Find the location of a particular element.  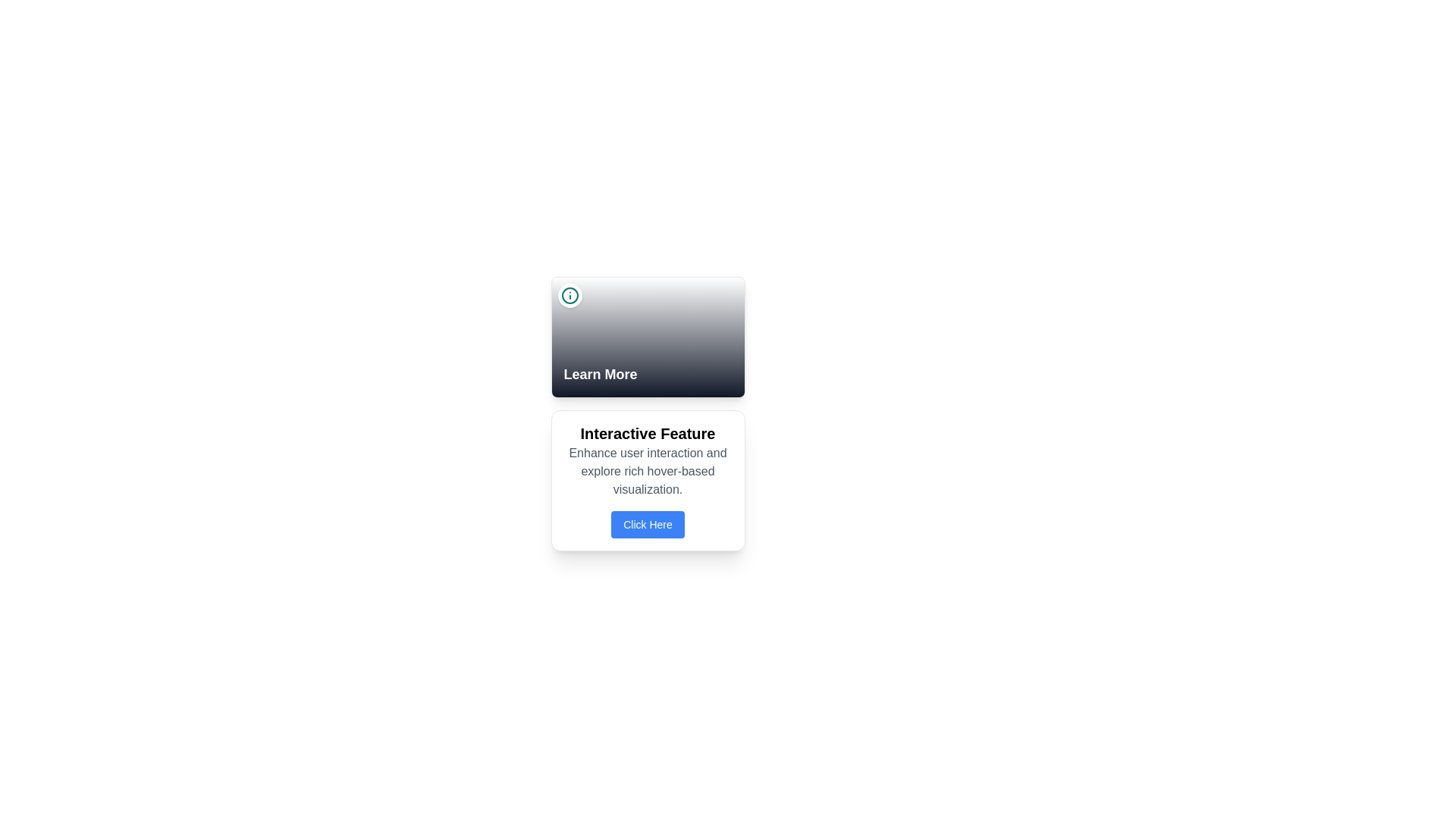

the circular icon with a teal border and an info symbol at its center, located in the top-left corner of the dark gradient-styled card is located at coordinates (569, 295).